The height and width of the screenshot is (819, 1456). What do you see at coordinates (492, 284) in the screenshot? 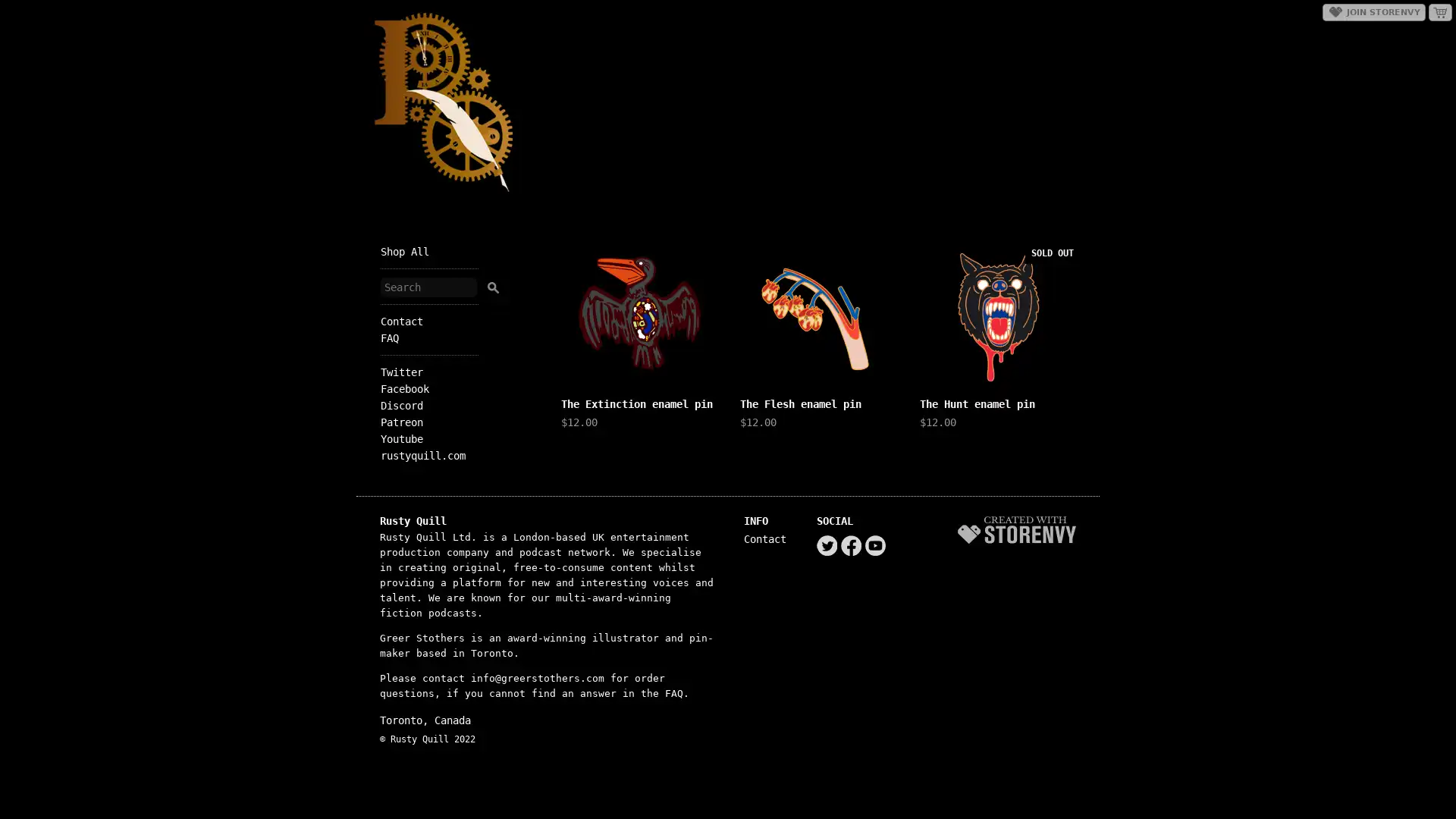
I see `Search` at bounding box center [492, 284].